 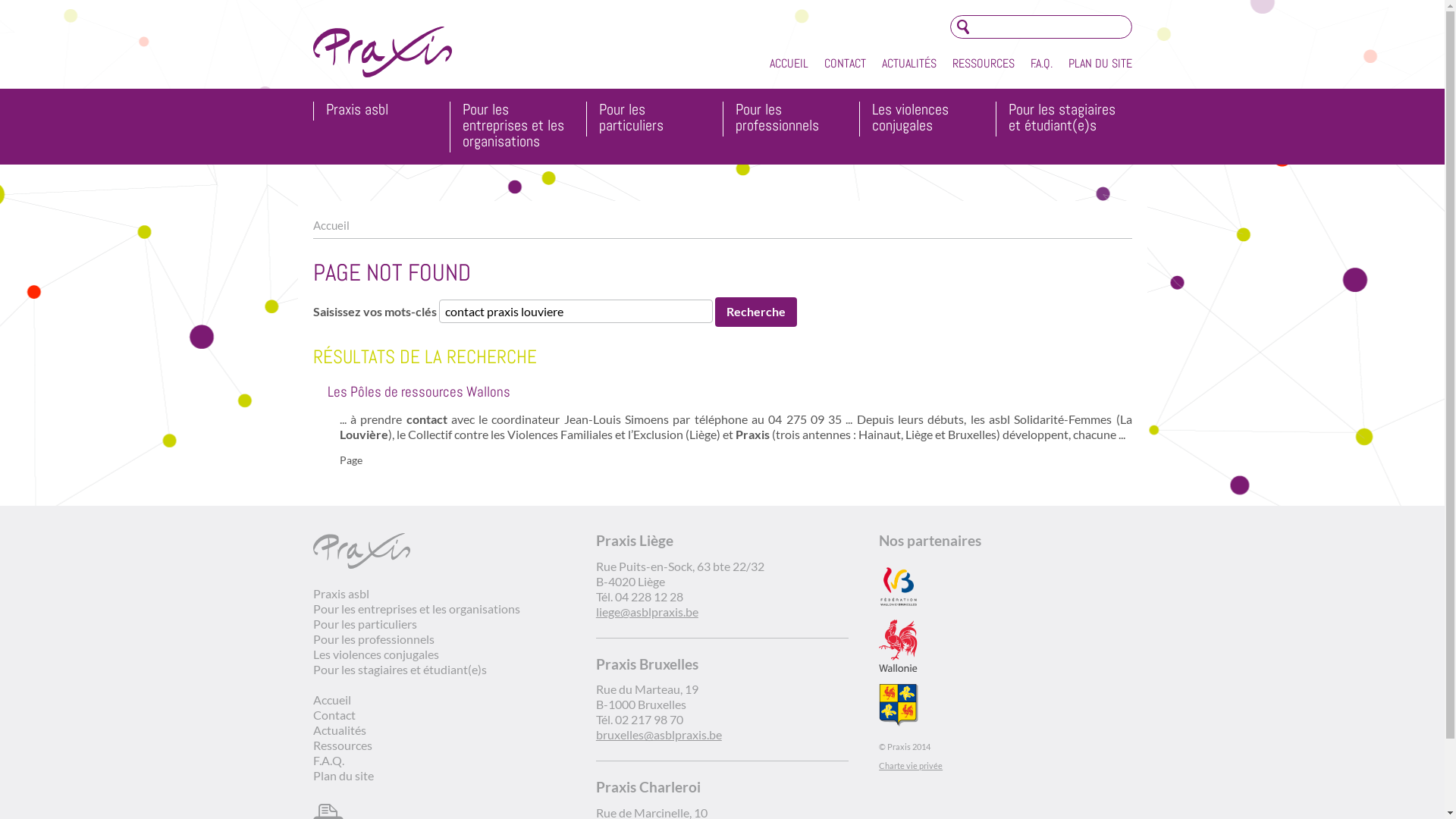 What do you see at coordinates (983, 63) in the screenshot?
I see `'RESSOURCES'` at bounding box center [983, 63].